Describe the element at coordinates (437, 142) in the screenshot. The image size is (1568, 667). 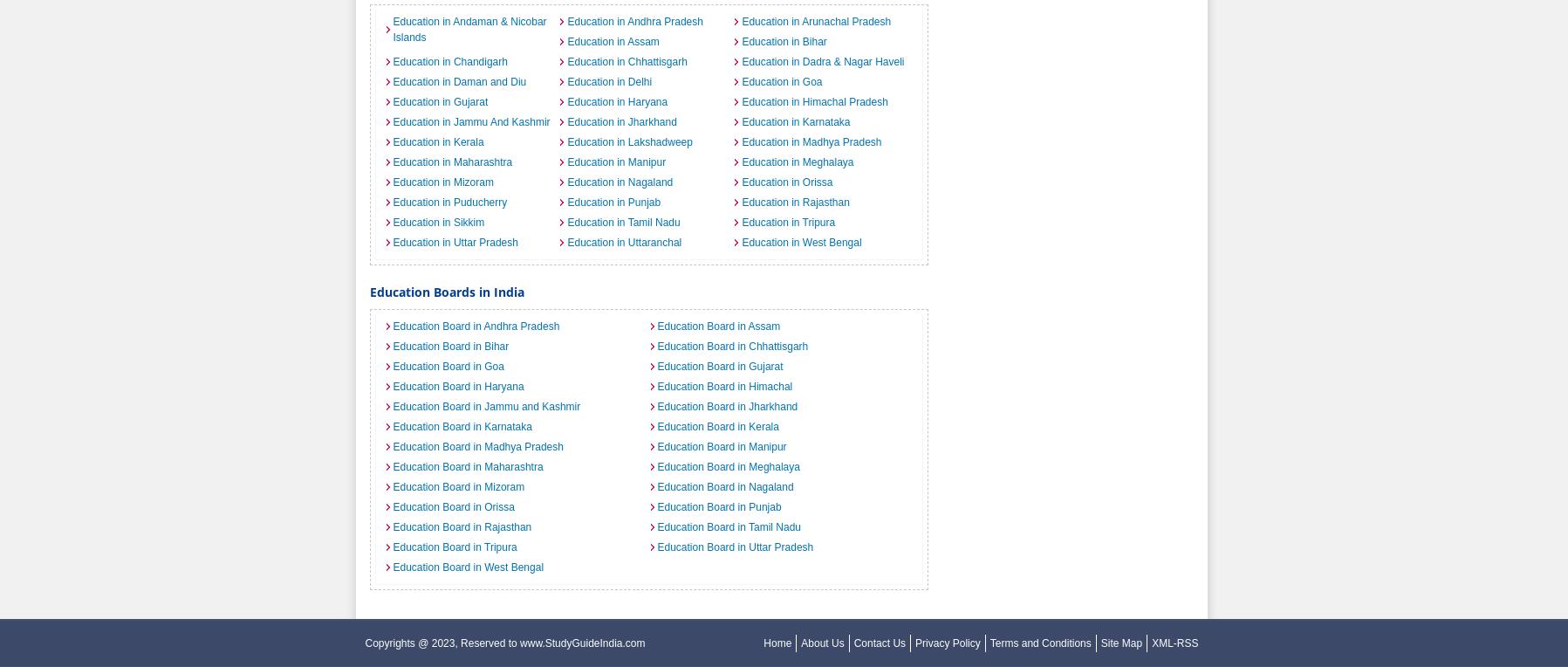
I see `'Education in Kerala'` at that location.